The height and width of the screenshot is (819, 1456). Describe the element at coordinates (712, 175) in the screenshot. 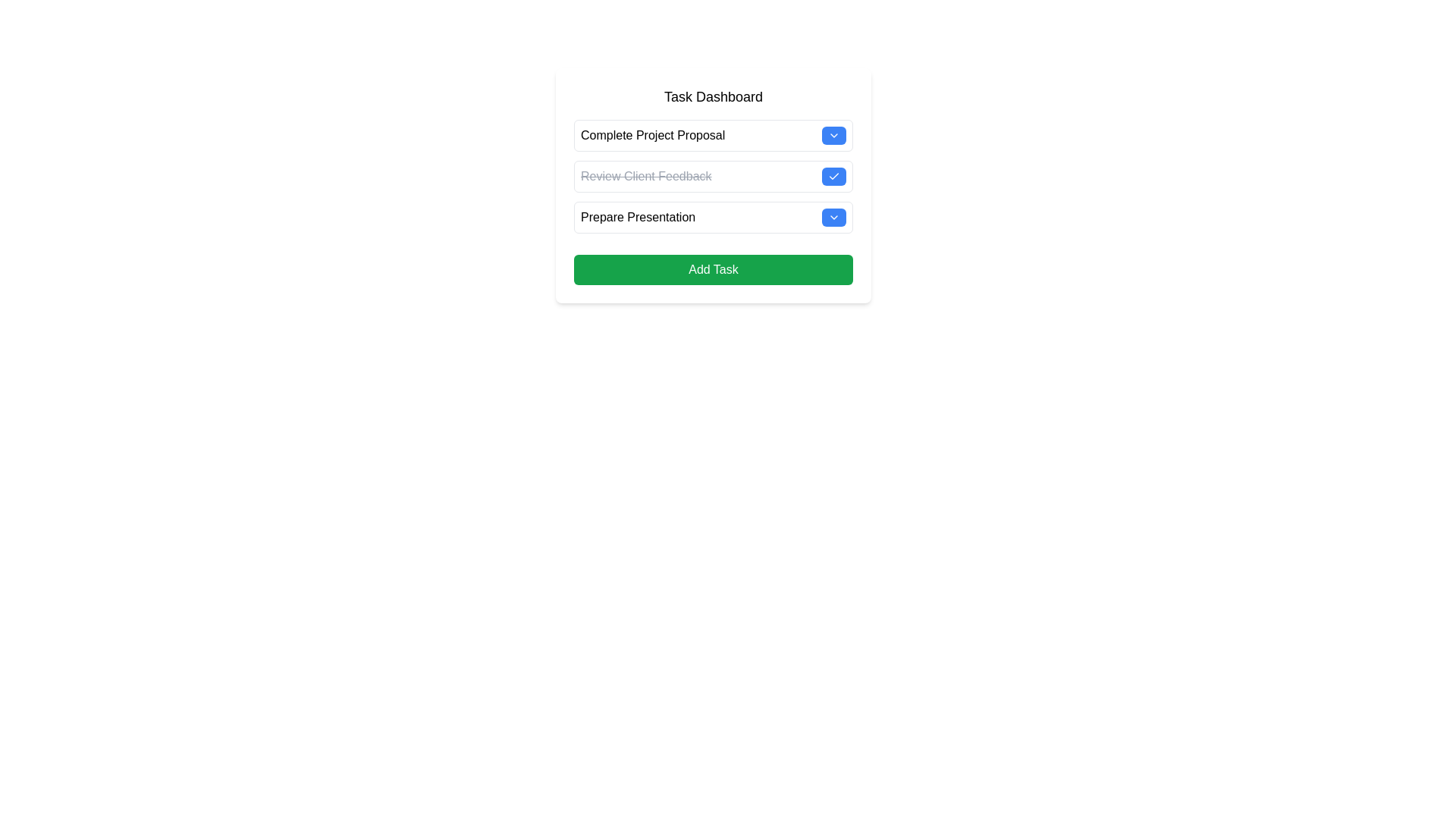

I see `the second task entry in the Task Dashboard labeled 'Review Client Feedback'` at that location.